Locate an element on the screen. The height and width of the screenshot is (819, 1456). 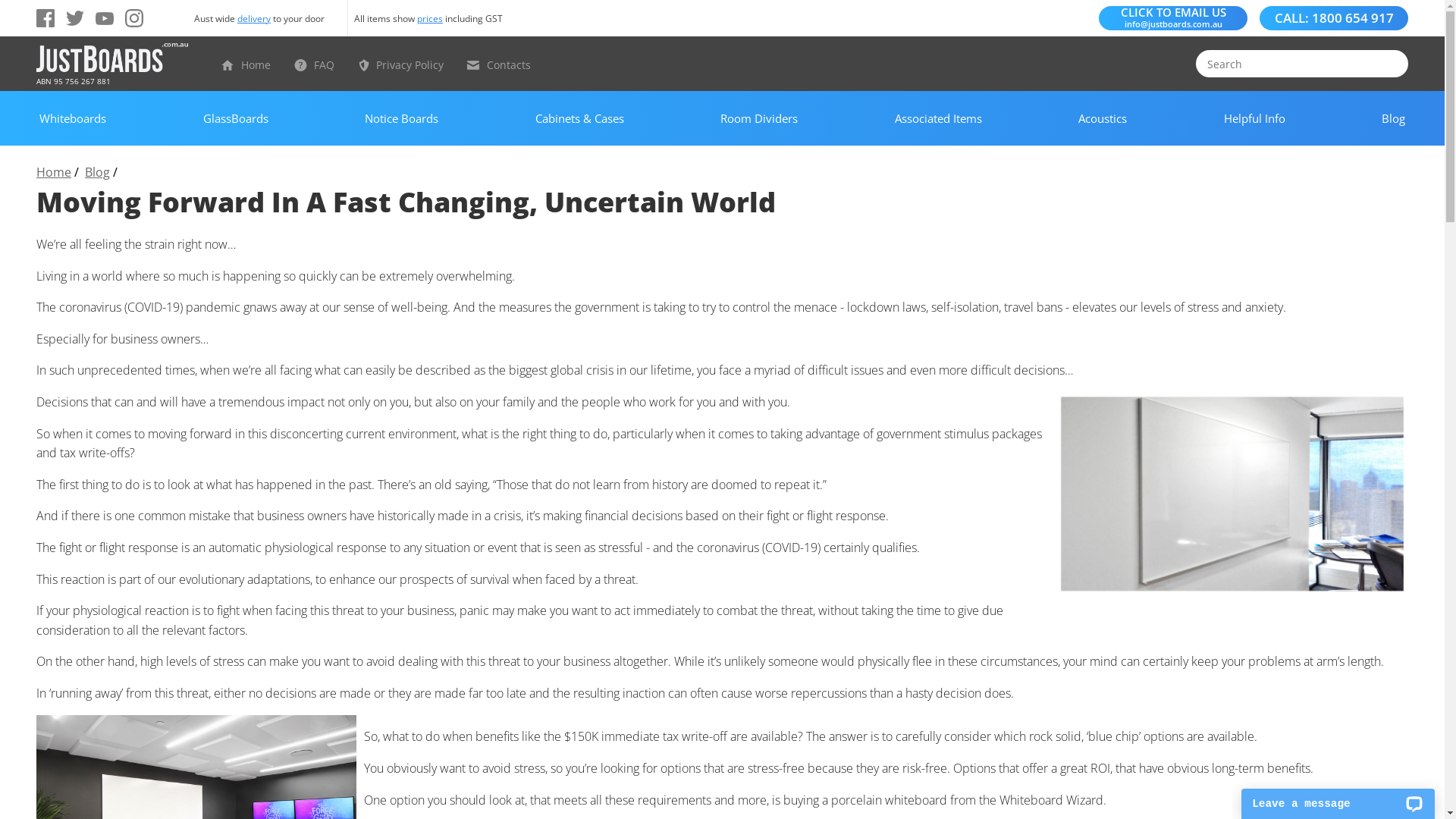
'FAQ' is located at coordinates (323, 64).